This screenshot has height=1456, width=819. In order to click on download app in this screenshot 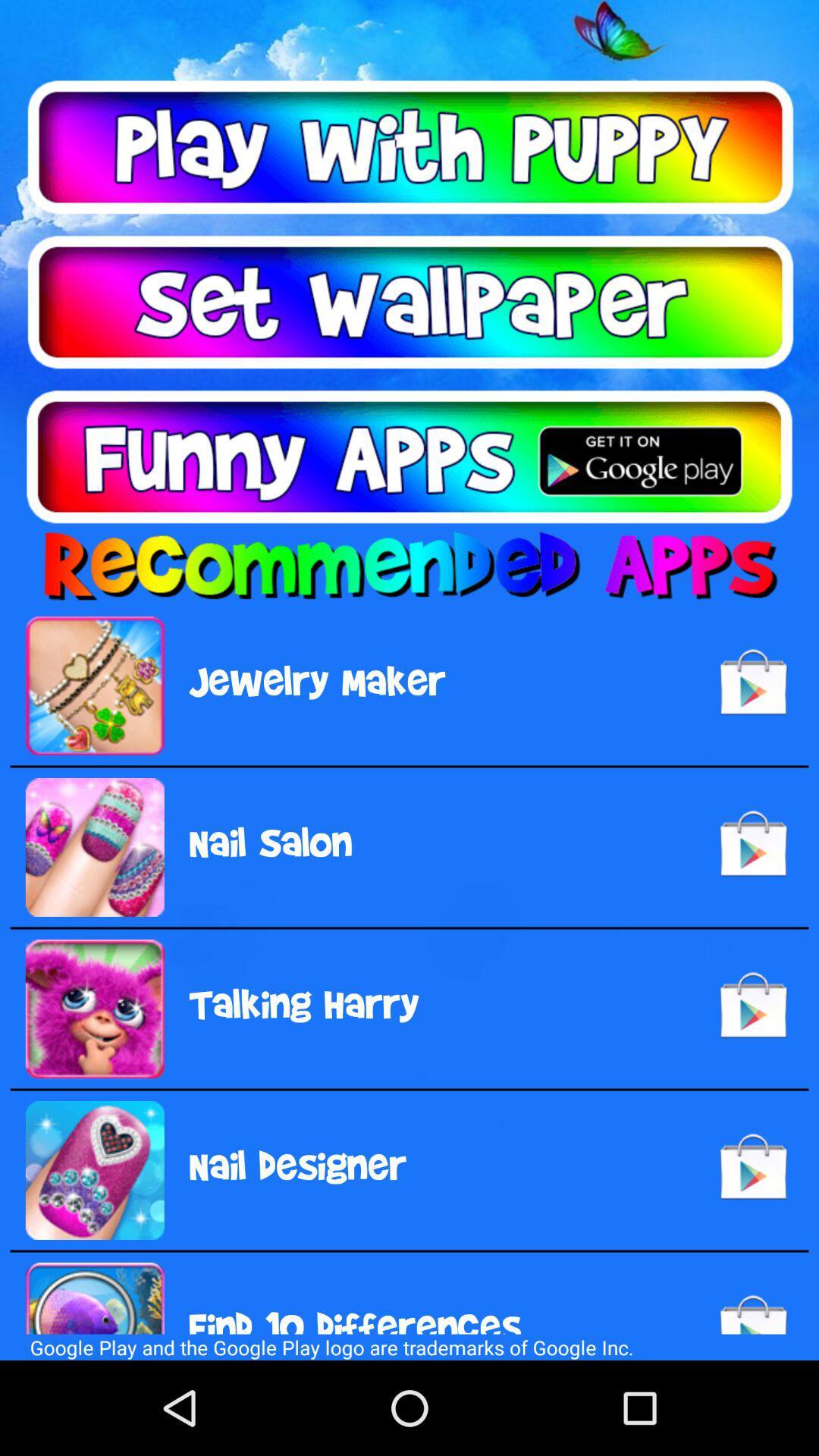, I will do `click(409, 456)`.